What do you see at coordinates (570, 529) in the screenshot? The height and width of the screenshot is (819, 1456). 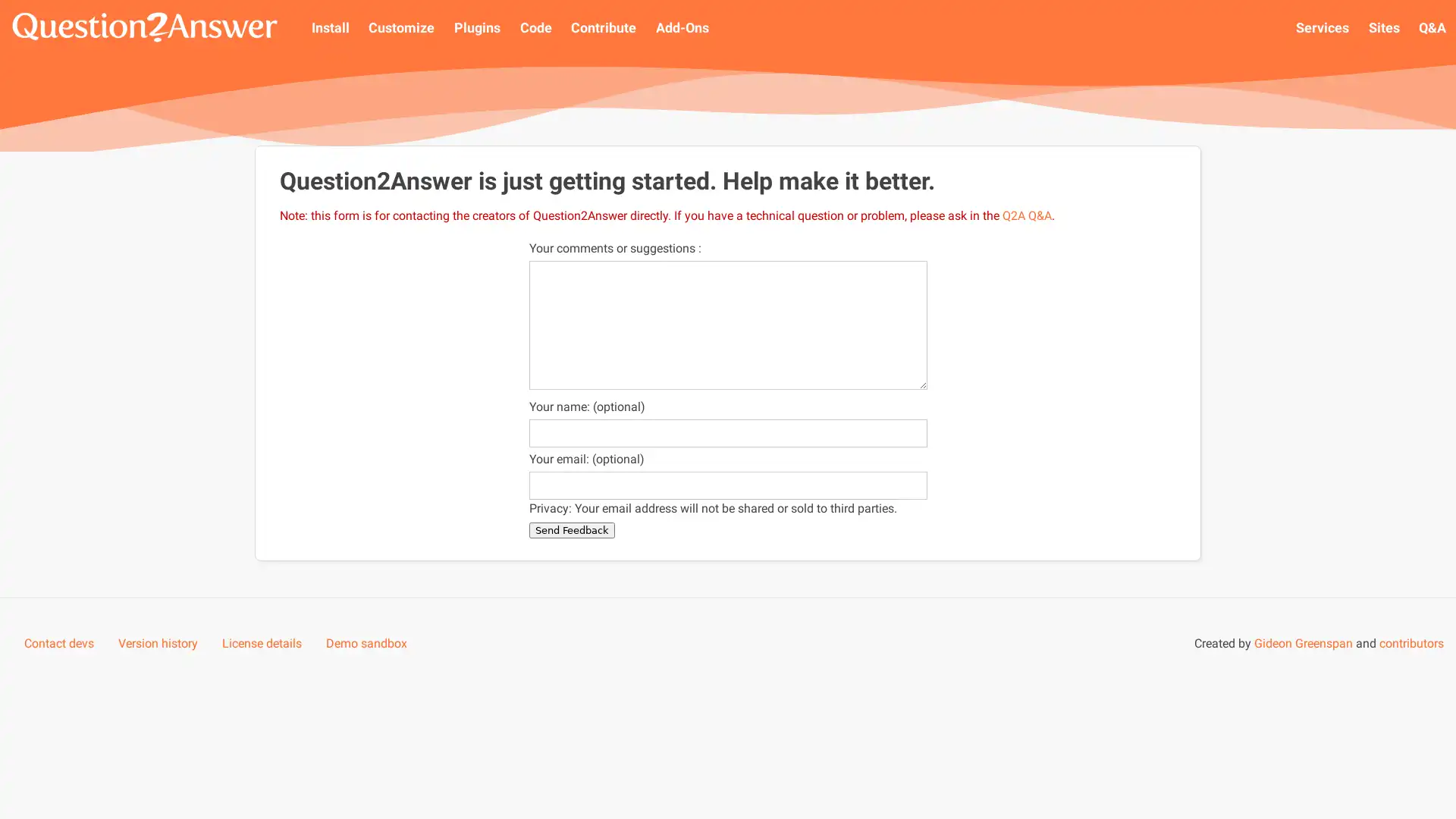 I see `Send Feedback` at bounding box center [570, 529].